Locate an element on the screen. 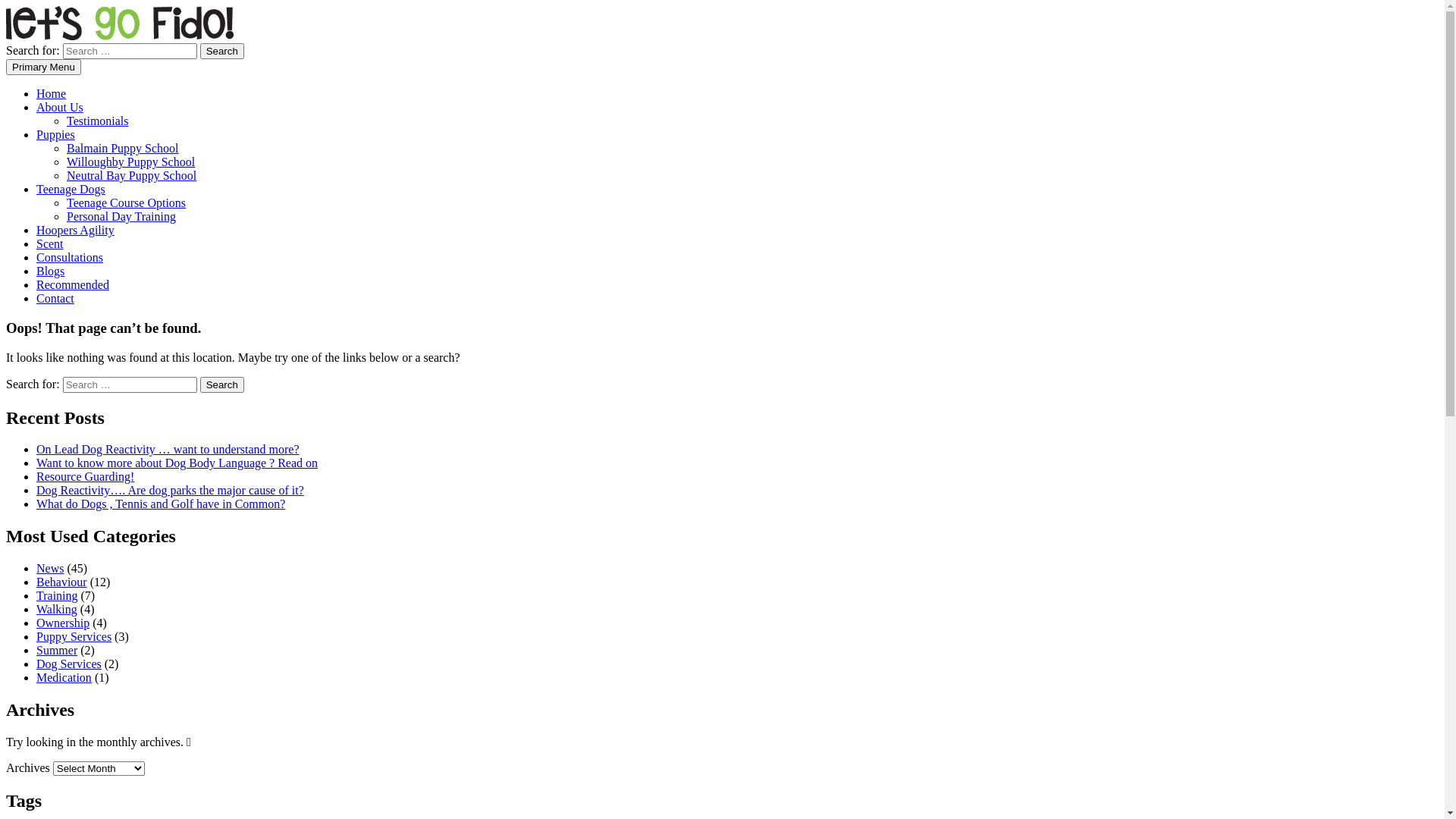 This screenshot has height=819, width=1456. 'Want to know more about Dog Body Language ? Read on' is located at coordinates (177, 462).